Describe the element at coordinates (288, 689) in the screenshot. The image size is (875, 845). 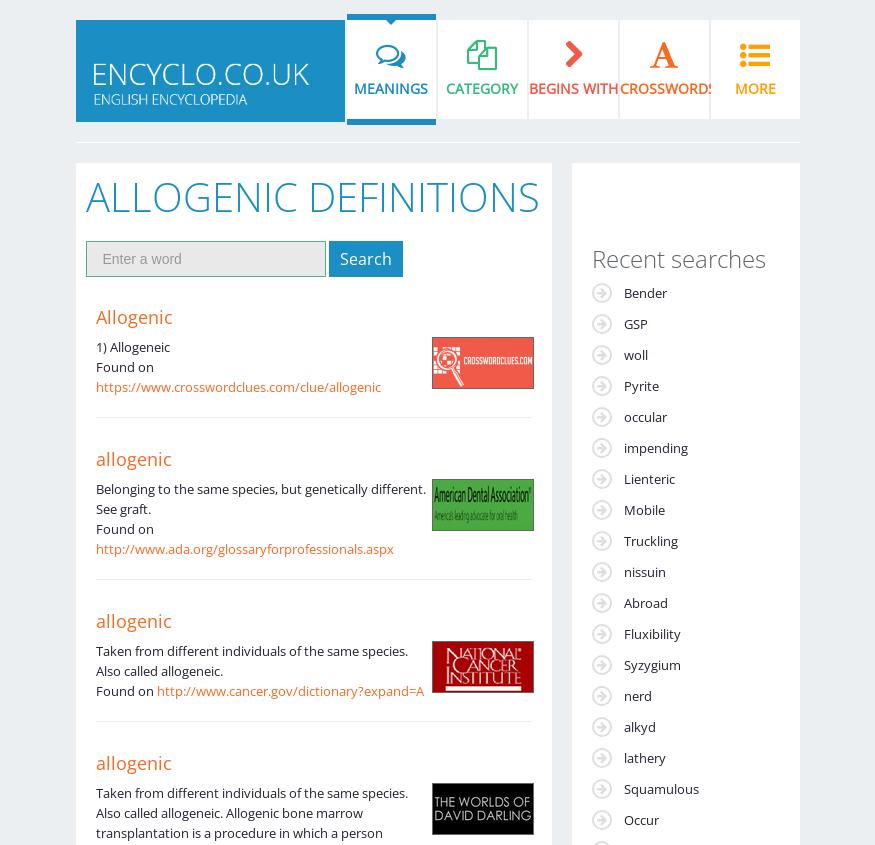
I see `'http://www.cancer.gov/dictionary?expand=A'` at that location.